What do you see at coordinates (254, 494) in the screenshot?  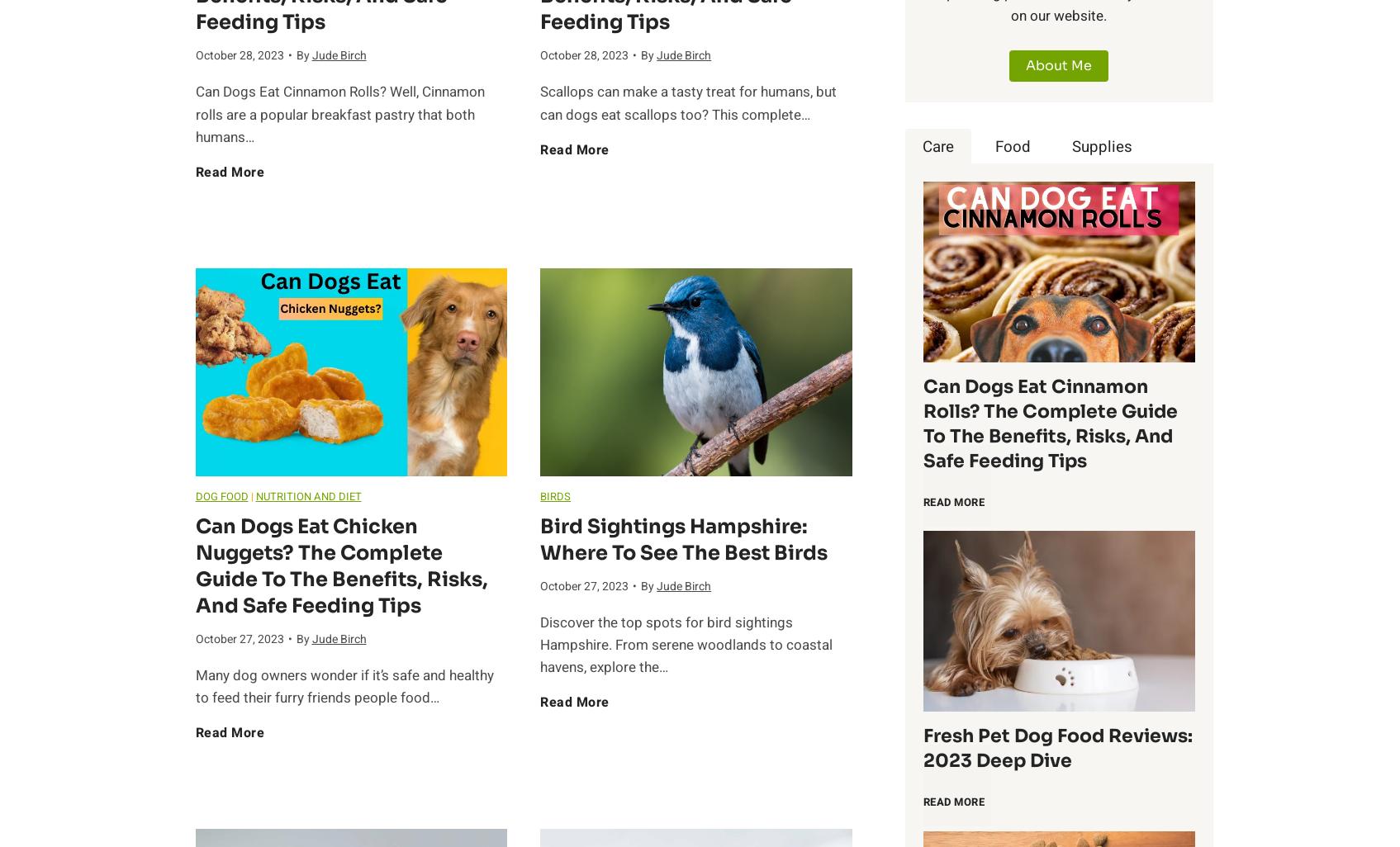 I see `'Nutrition and Diet'` at bounding box center [254, 494].